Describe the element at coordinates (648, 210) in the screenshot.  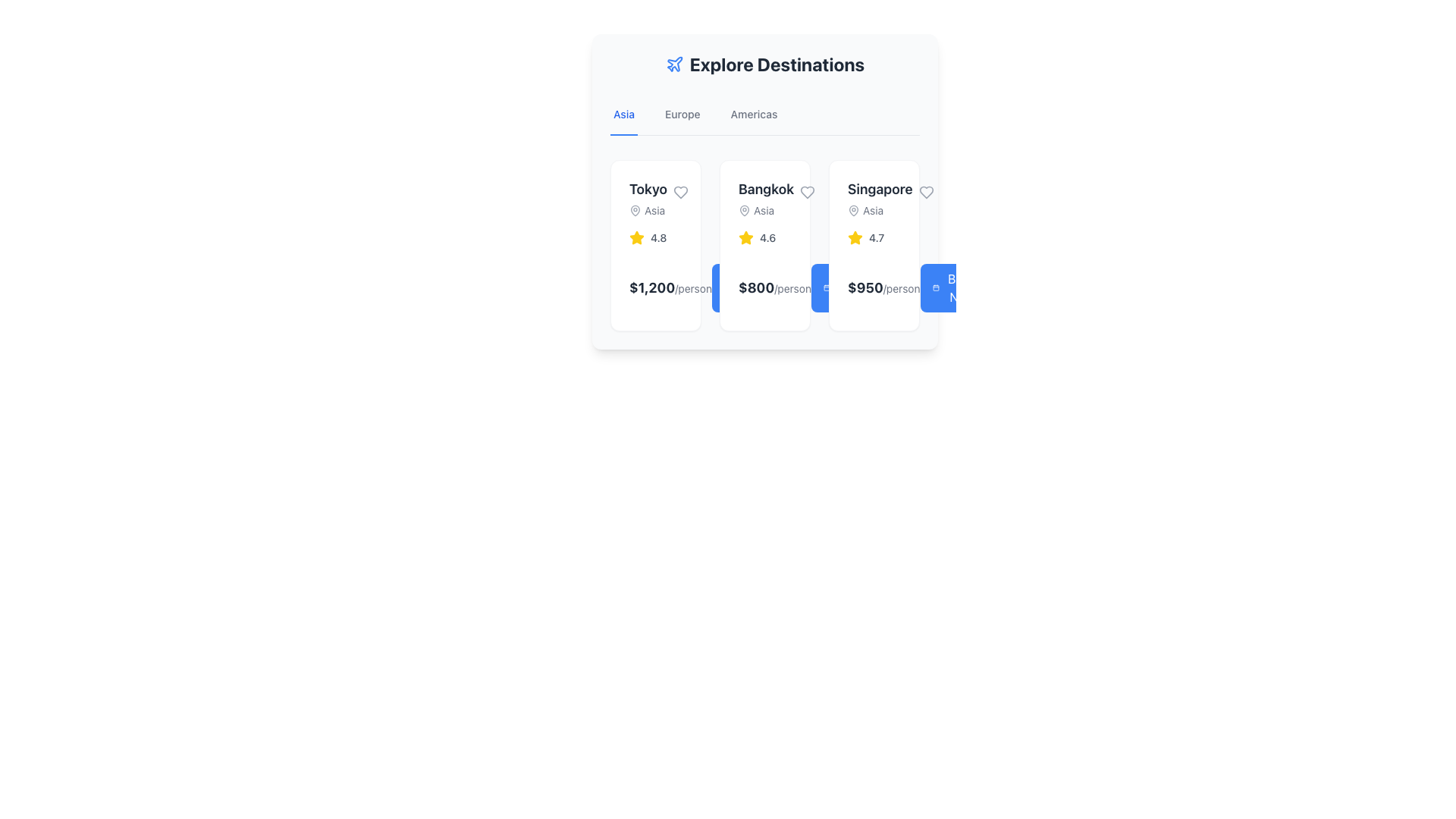
I see `the 'Asia' label with the map pin icon located on the 'Tokyo' destination card, which is styled in a smaller font size and muted gray color` at that location.